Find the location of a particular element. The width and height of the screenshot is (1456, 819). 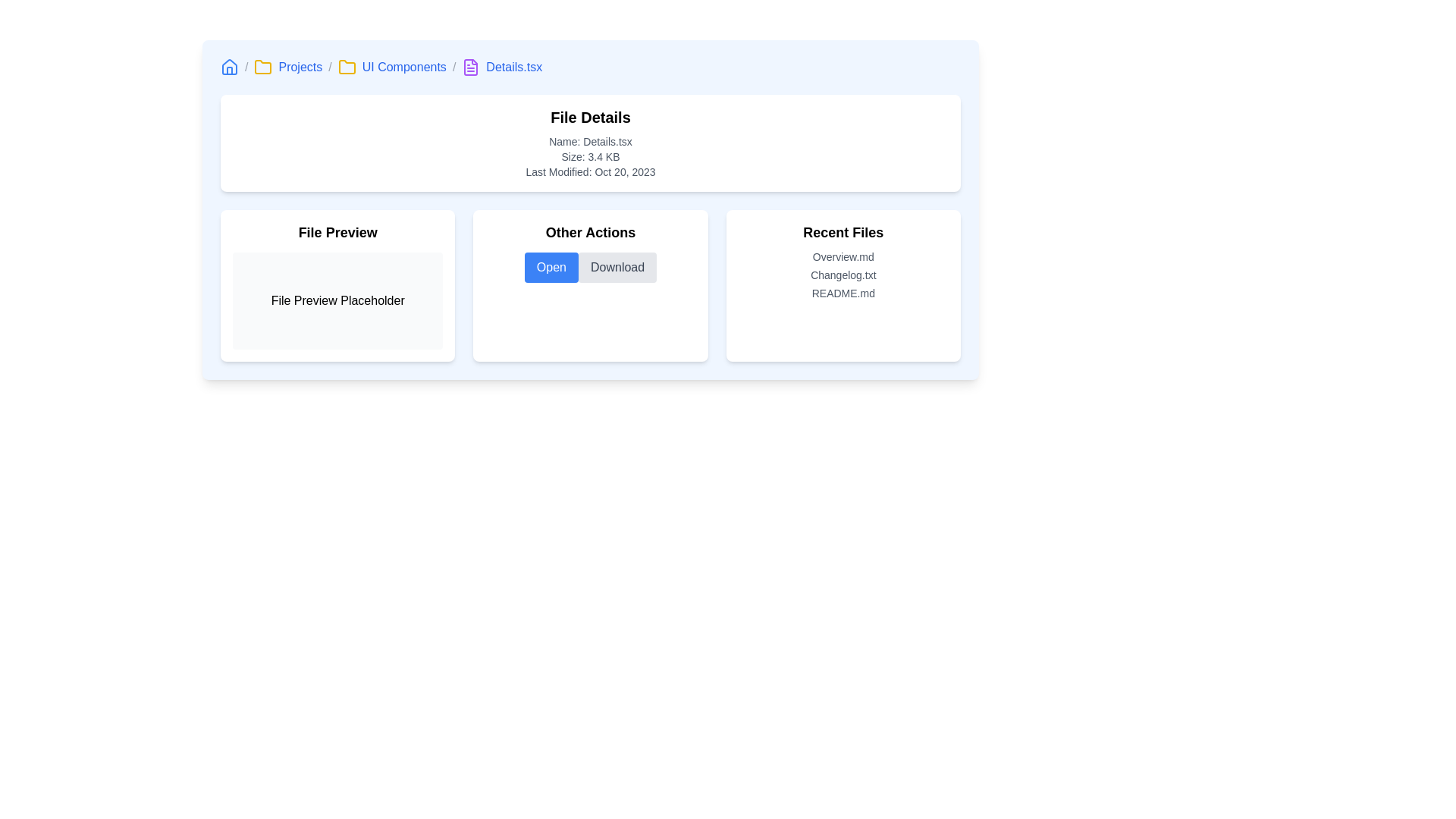

text of the bolded label 'Recent Files' located in the rightmost card of the three-card layout, positioned above the list of filenames is located at coordinates (843, 233).